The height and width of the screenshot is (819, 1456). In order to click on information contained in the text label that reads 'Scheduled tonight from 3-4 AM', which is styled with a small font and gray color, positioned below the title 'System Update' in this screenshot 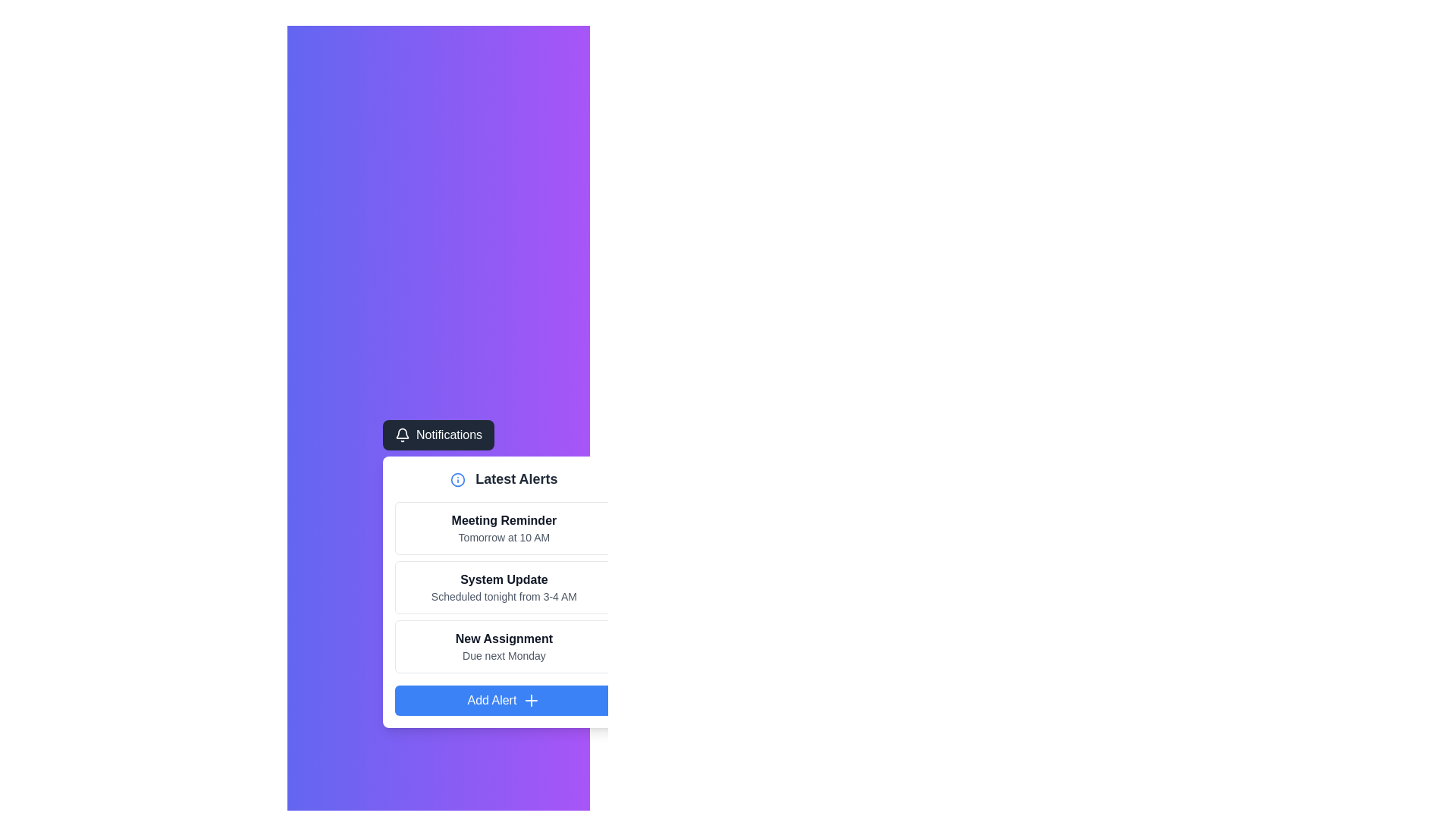, I will do `click(504, 595)`.